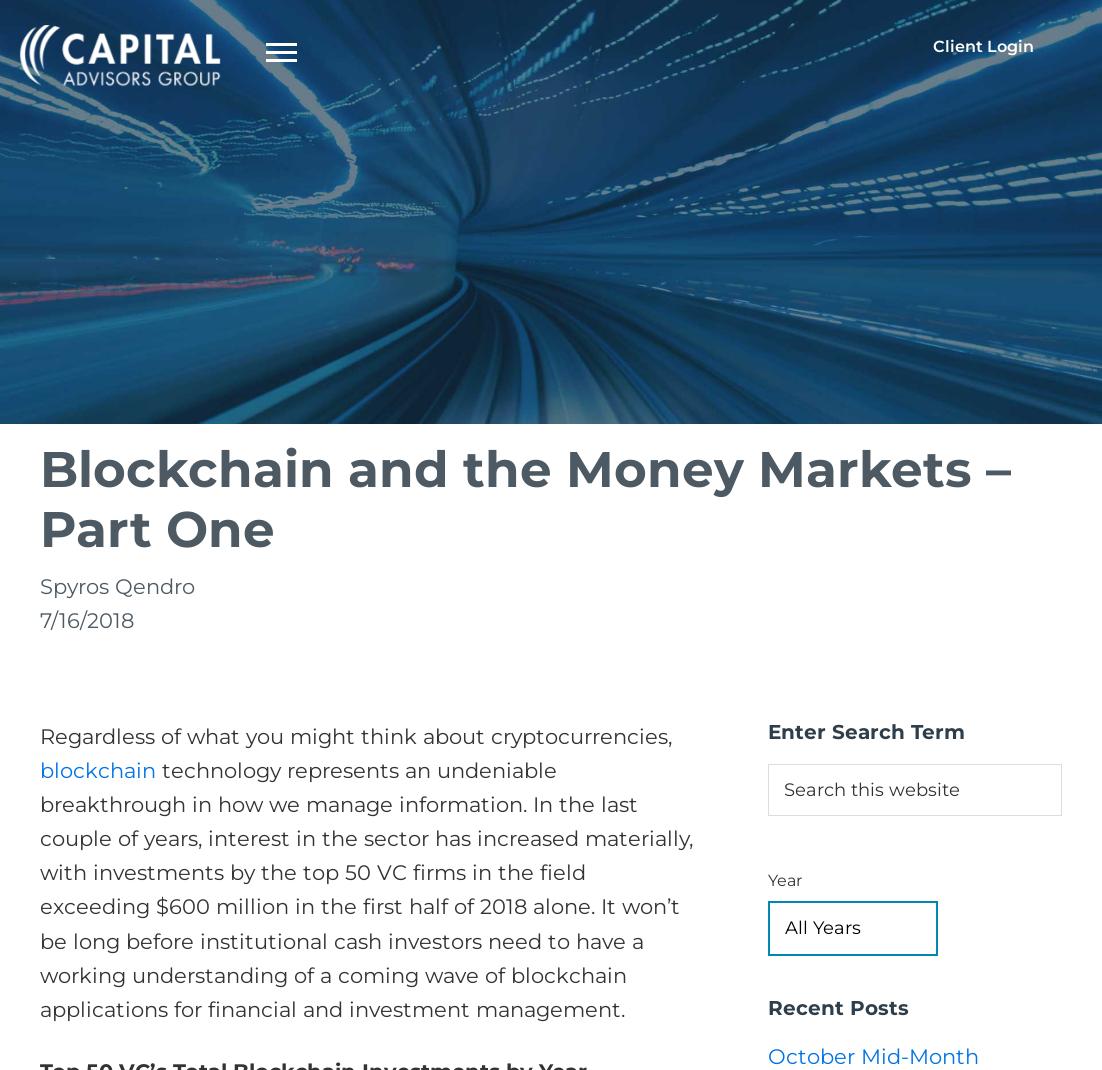 The height and width of the screenshot is (1070, 1102). I want to click on 'Client Login', so click(982, 45).